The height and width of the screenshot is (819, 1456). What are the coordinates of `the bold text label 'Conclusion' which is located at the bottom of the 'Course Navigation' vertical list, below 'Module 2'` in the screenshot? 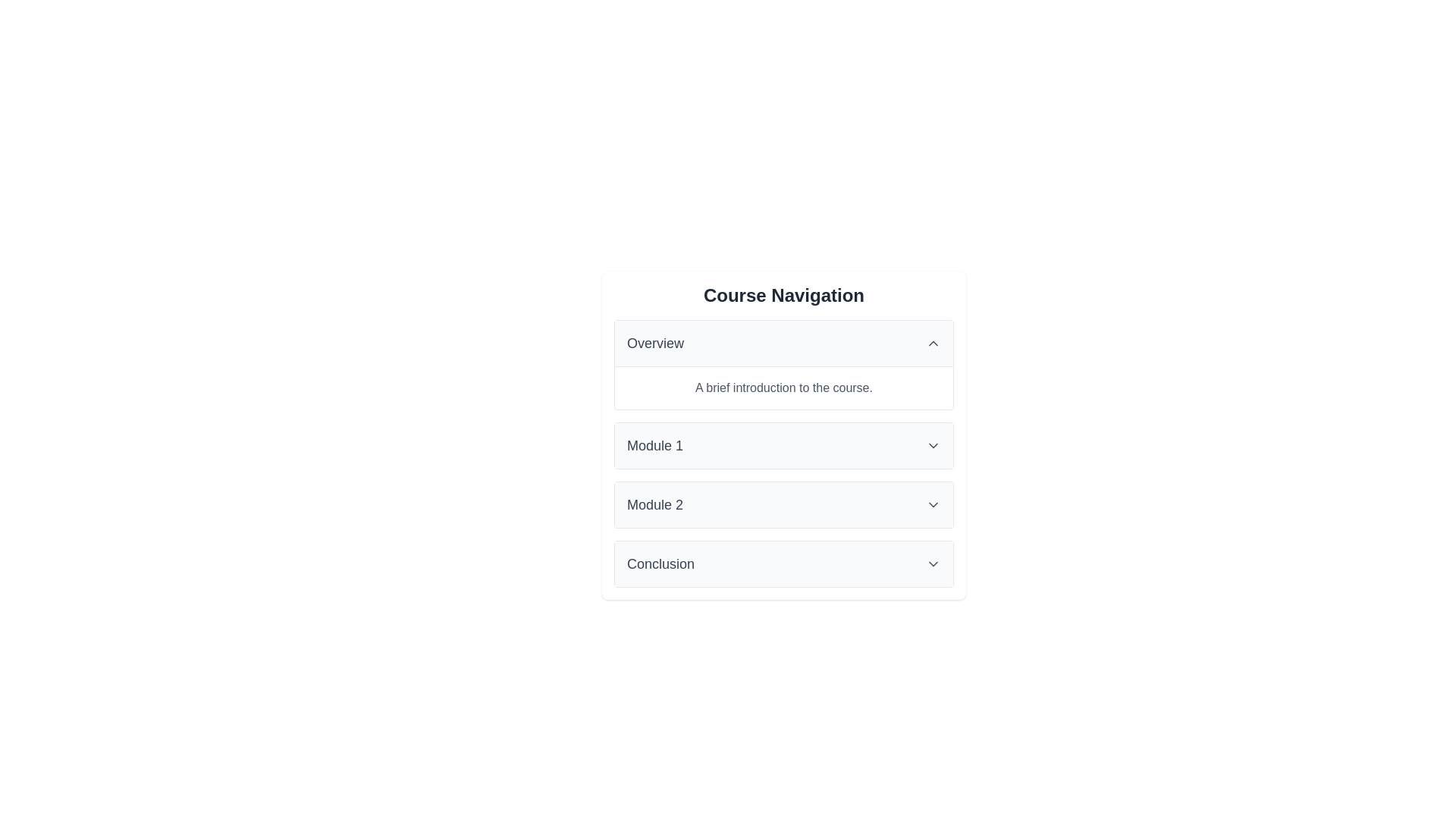 It's located at (661, 564).